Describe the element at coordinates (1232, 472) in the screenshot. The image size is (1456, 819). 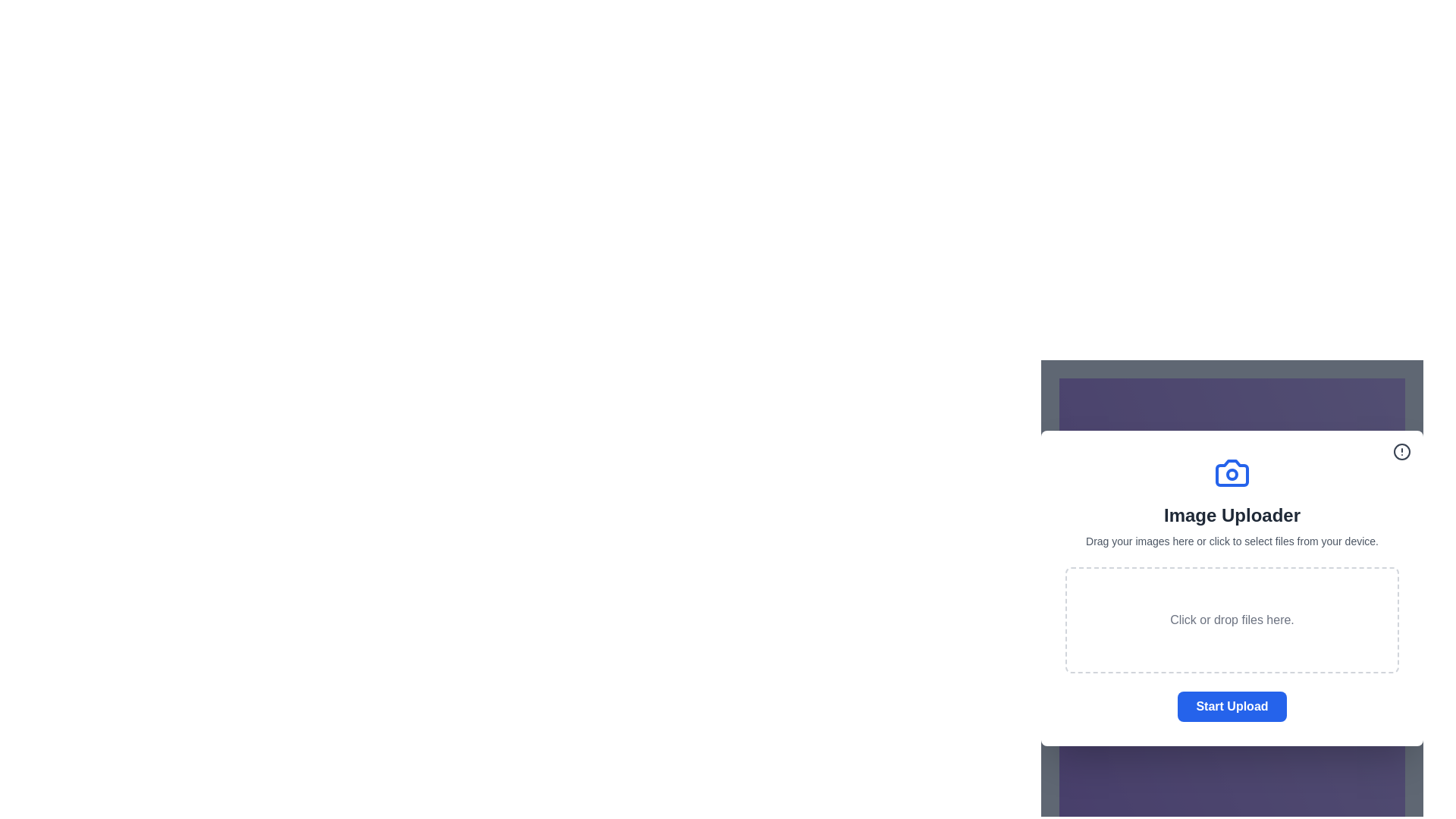
I see `the decorative camera icon located centrally within the image uploader UI section, above the label 'Image Uploader.'` at that location.